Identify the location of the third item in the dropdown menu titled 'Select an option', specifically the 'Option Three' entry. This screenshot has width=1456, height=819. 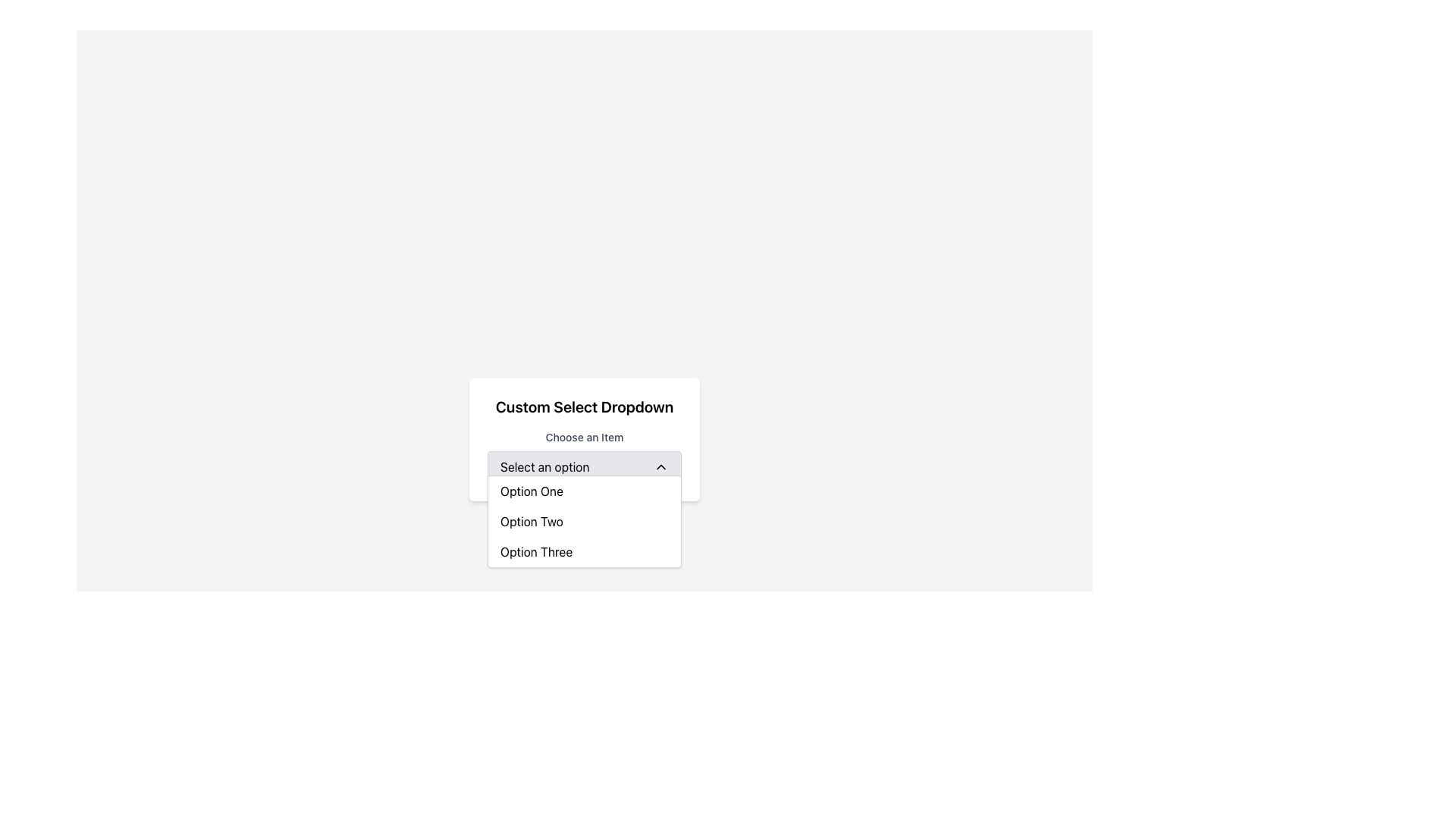
(584, 552).